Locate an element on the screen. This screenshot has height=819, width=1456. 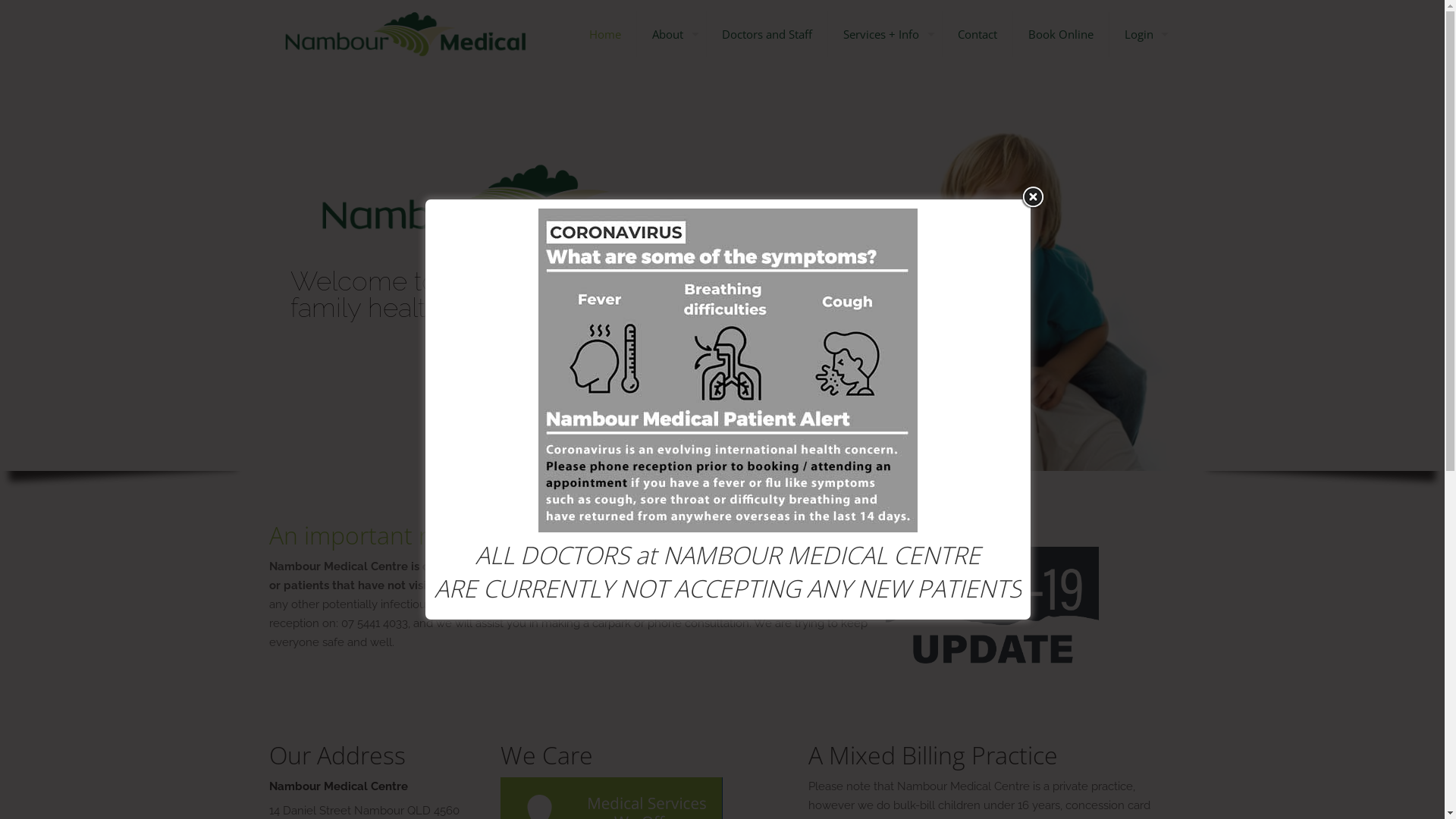
'Home' is located at coordinates (604, 34).